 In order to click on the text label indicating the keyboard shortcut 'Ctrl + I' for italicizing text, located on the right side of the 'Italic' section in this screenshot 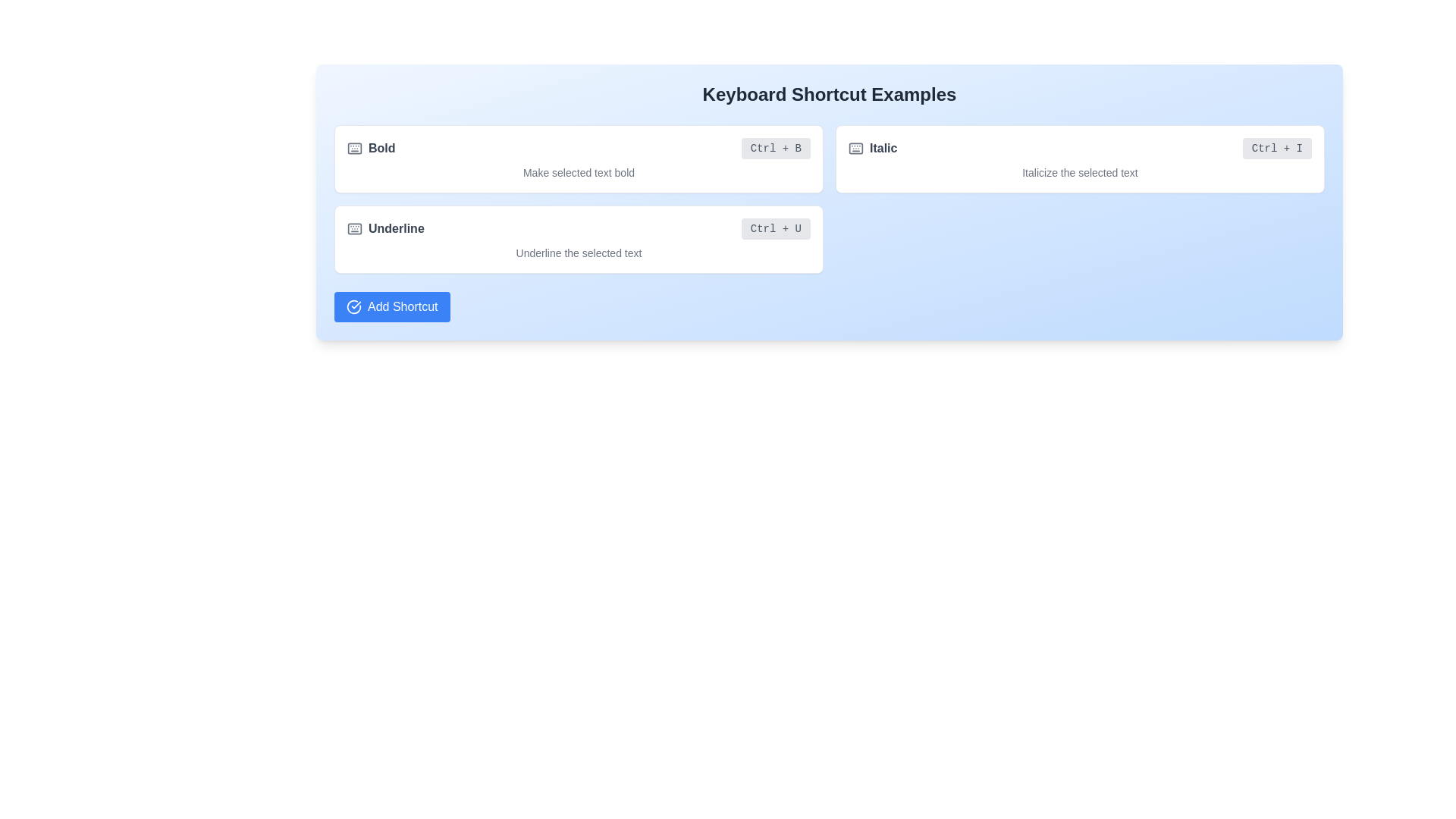, I will do `click(1276, 149)`.